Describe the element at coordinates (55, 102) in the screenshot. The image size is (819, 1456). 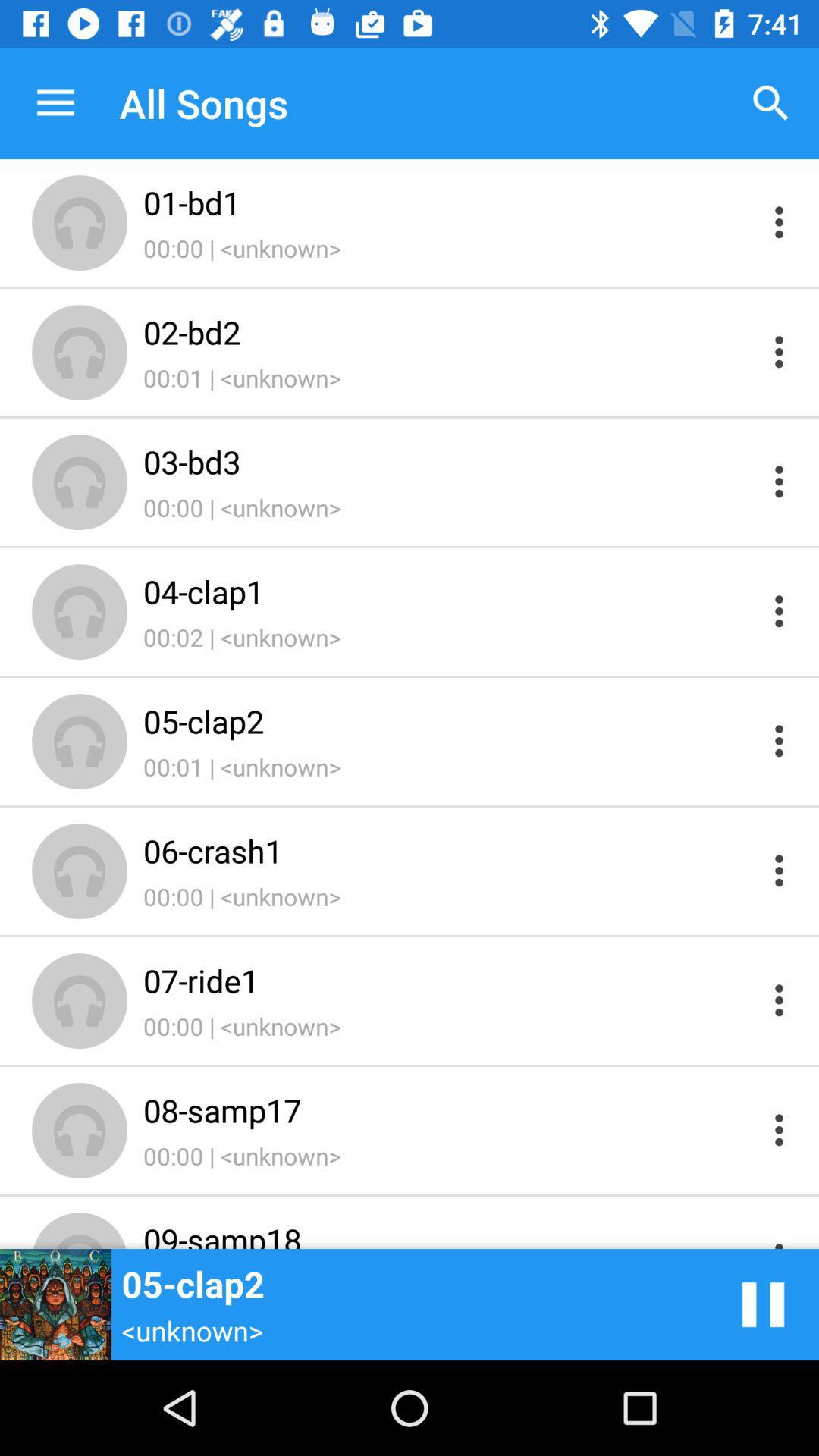
I see `the item to the left of the all songs item` at that location.